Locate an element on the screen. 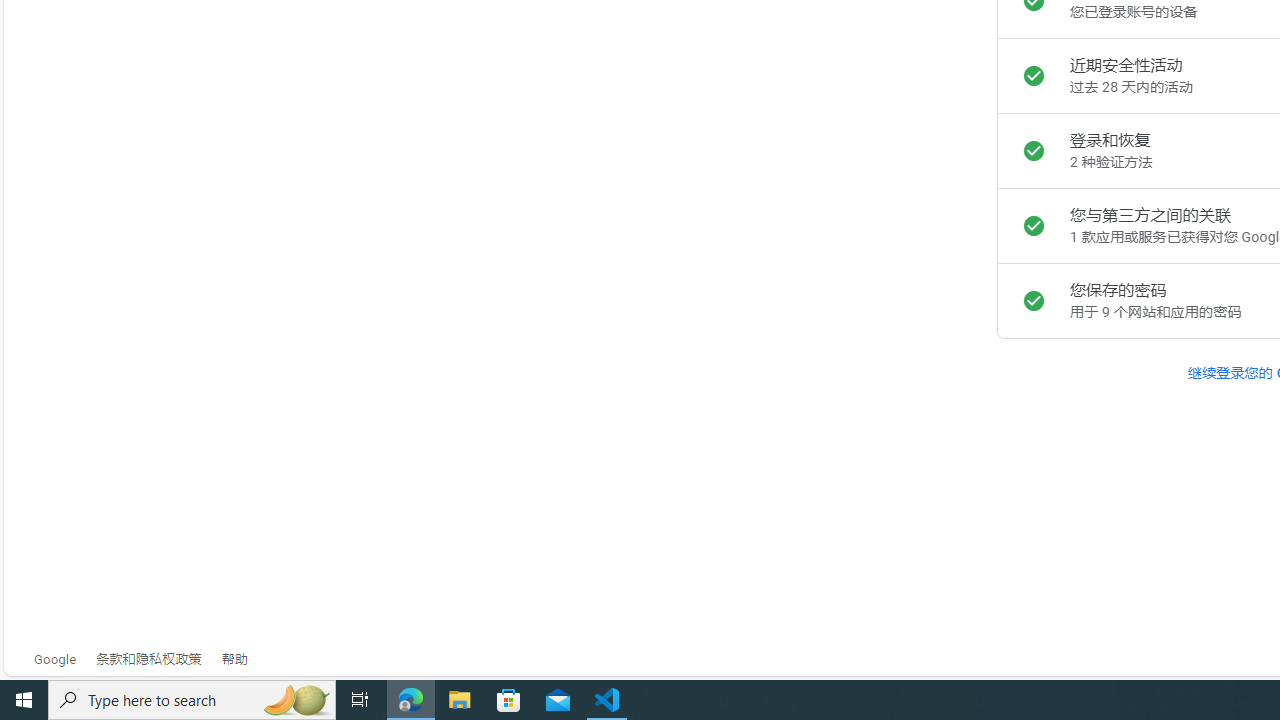 This screenshot has height=720, width=1280. 'Visual Studio Code - 1 running window' is located at coordinates (606, 698).